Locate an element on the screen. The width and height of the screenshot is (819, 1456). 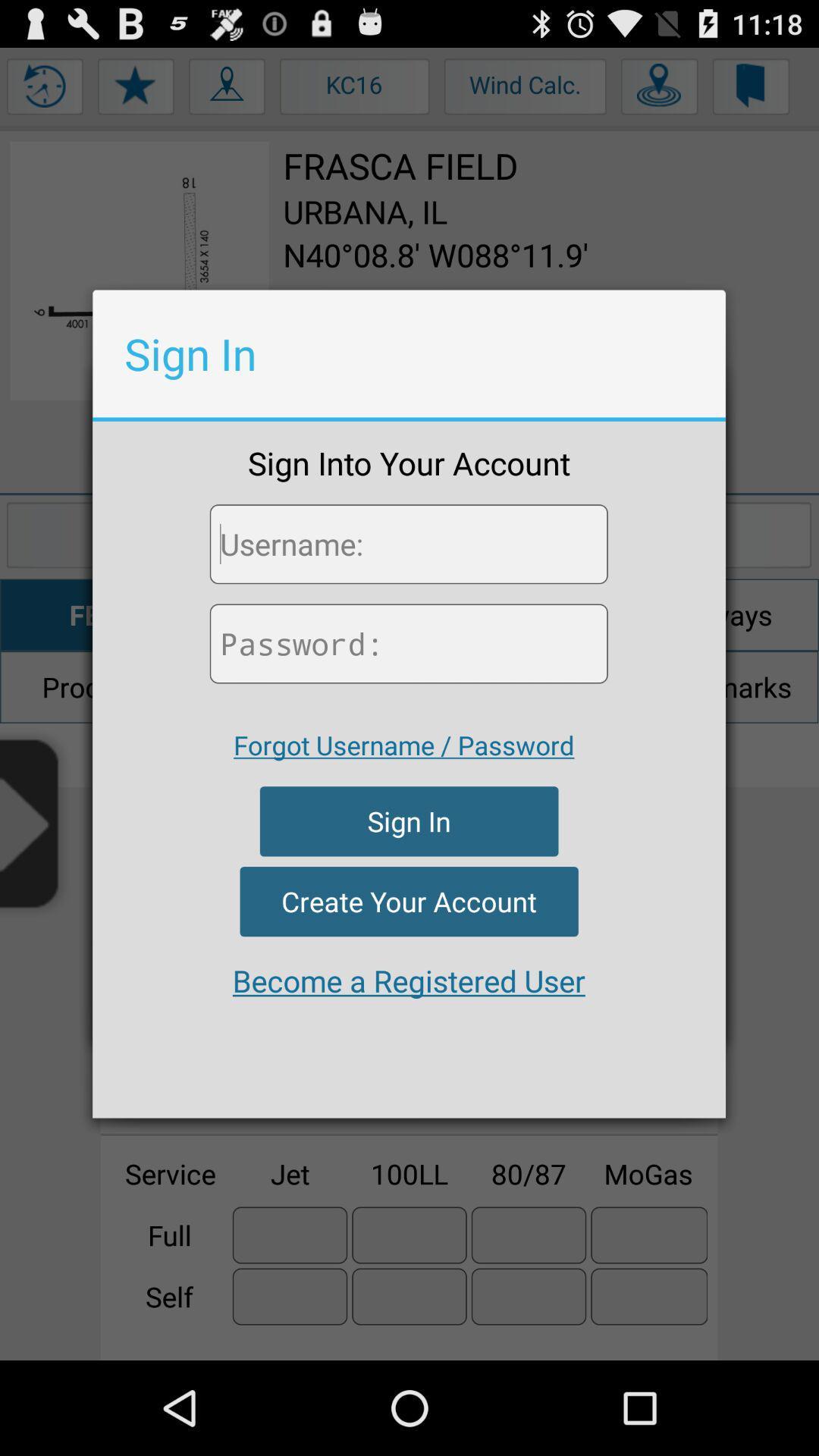
the become a registered item is located at coordinates (408, 981).